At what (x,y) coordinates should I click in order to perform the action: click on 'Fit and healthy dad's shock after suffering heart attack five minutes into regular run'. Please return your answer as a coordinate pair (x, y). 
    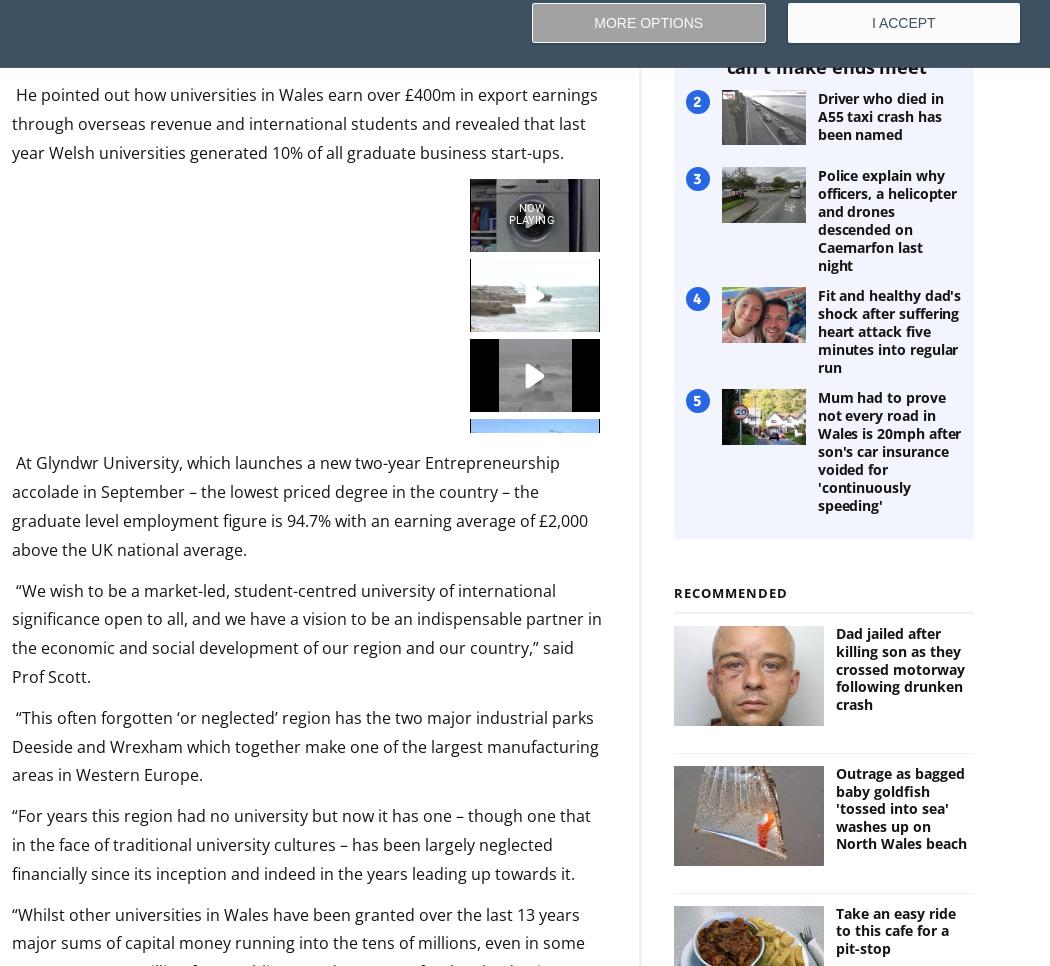
    Looking at the image, I should click on (888, 331).